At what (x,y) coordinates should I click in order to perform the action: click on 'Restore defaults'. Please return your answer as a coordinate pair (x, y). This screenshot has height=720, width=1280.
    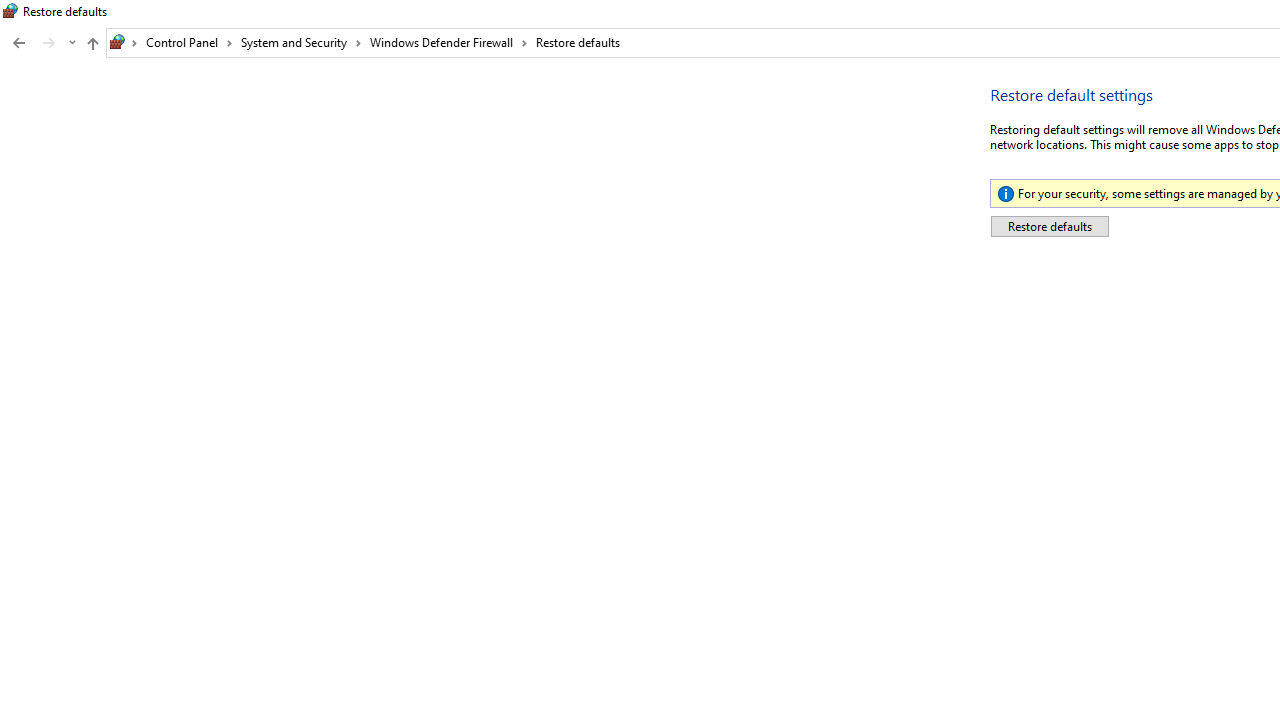
    Looking at the image, I should click on (1048, 225).